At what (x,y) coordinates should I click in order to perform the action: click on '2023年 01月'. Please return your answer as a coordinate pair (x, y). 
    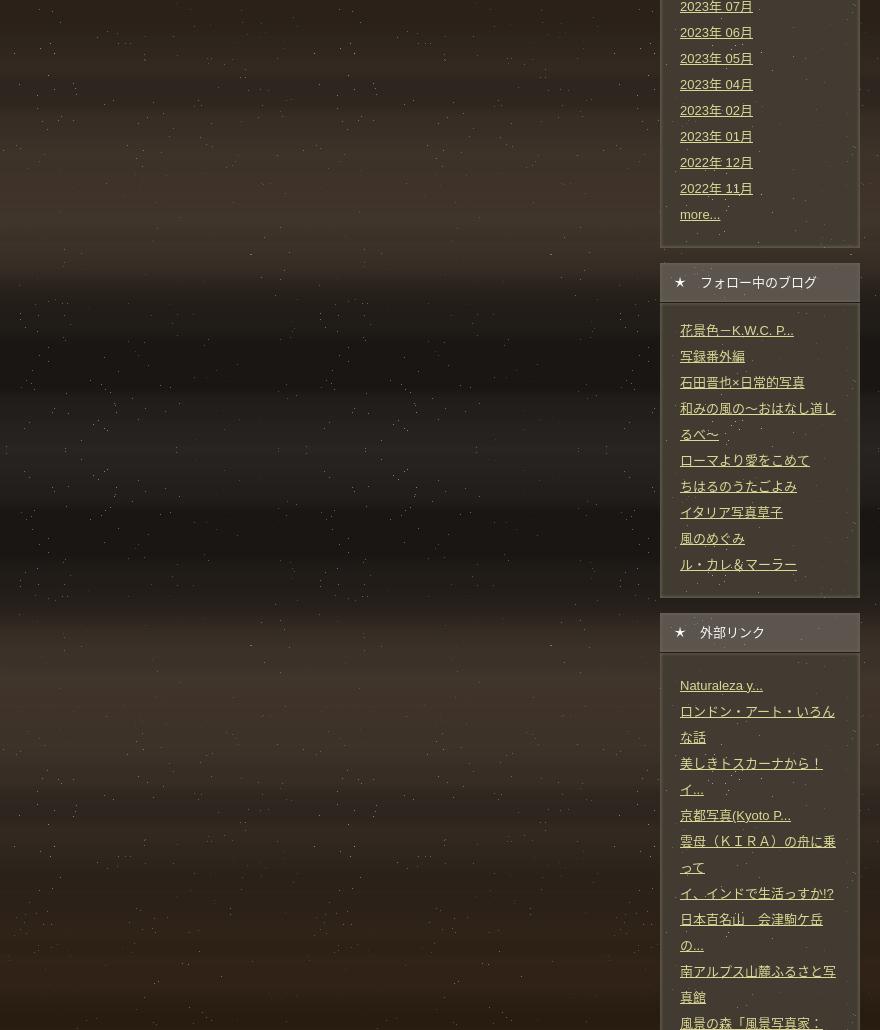
    Looking at the image, I should click on (716, 134).